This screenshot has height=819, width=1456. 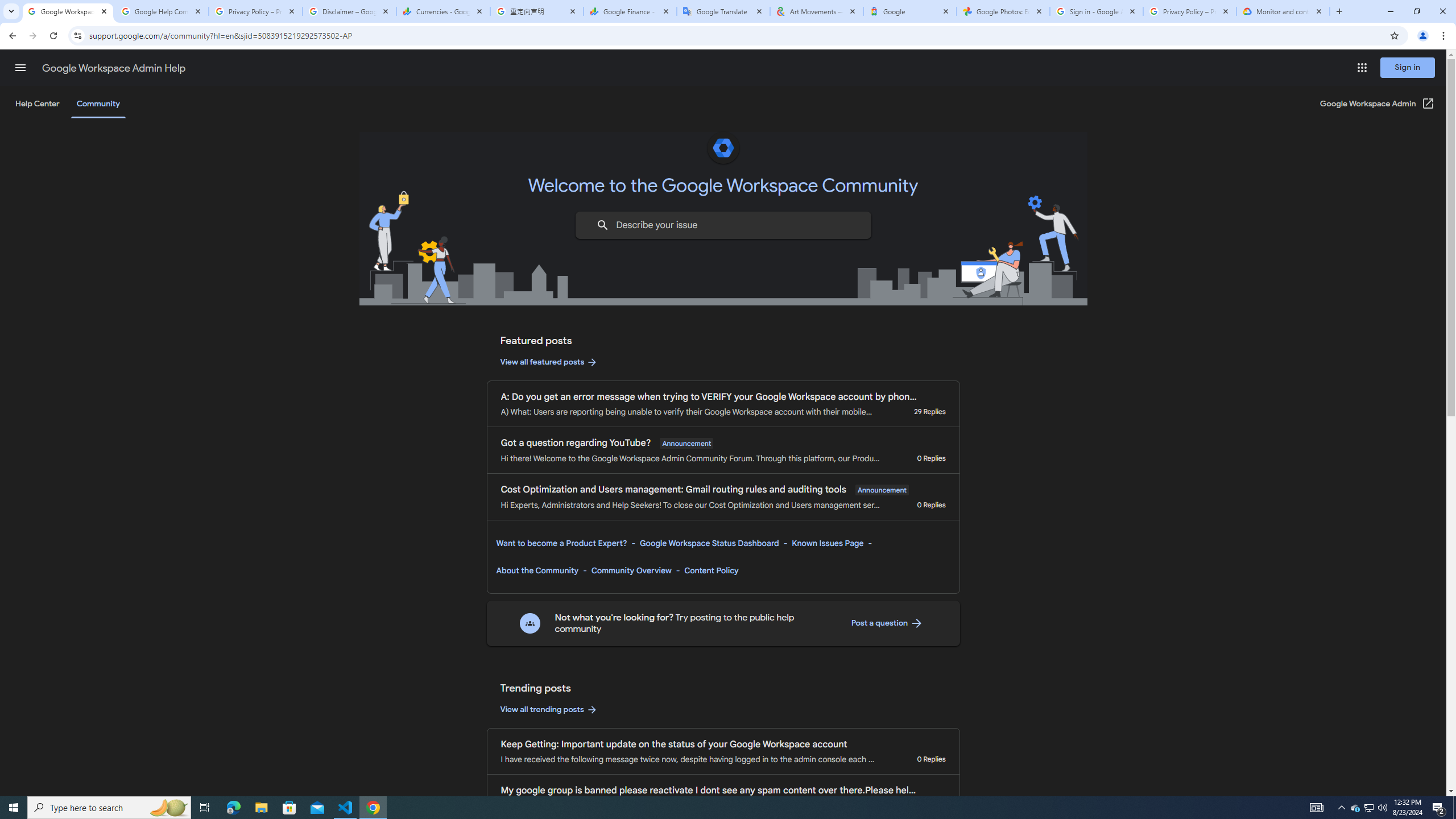 What do you see at coordinates (1377, 103) in the screenshot?
I see `'Google Workspace Admin (Open in a new window)'` at bounding box center [1377, 103].